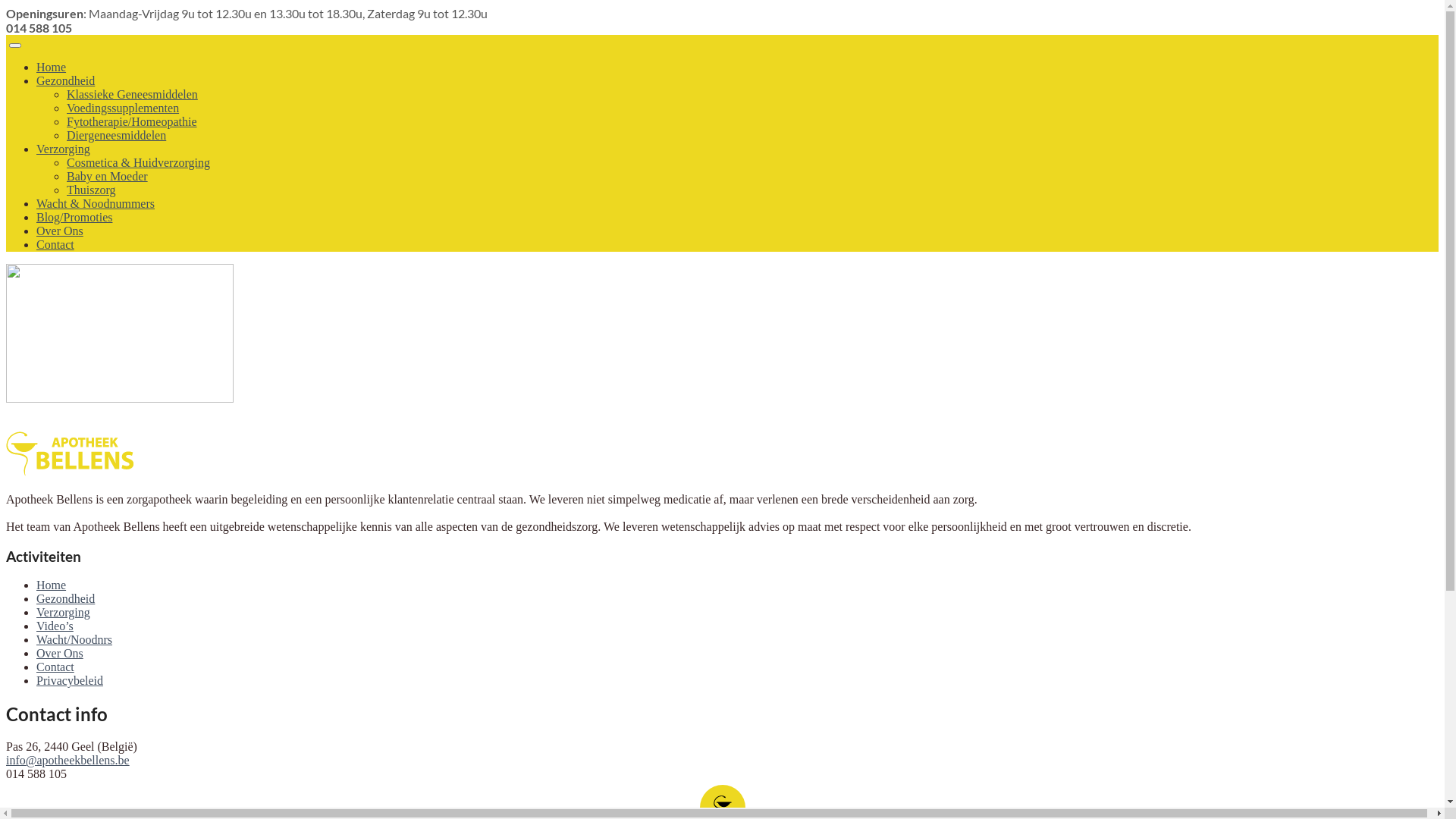 The width and height of the screenshot is (1456, 819). I want to click on 'Verzorging', so click(62, 611).